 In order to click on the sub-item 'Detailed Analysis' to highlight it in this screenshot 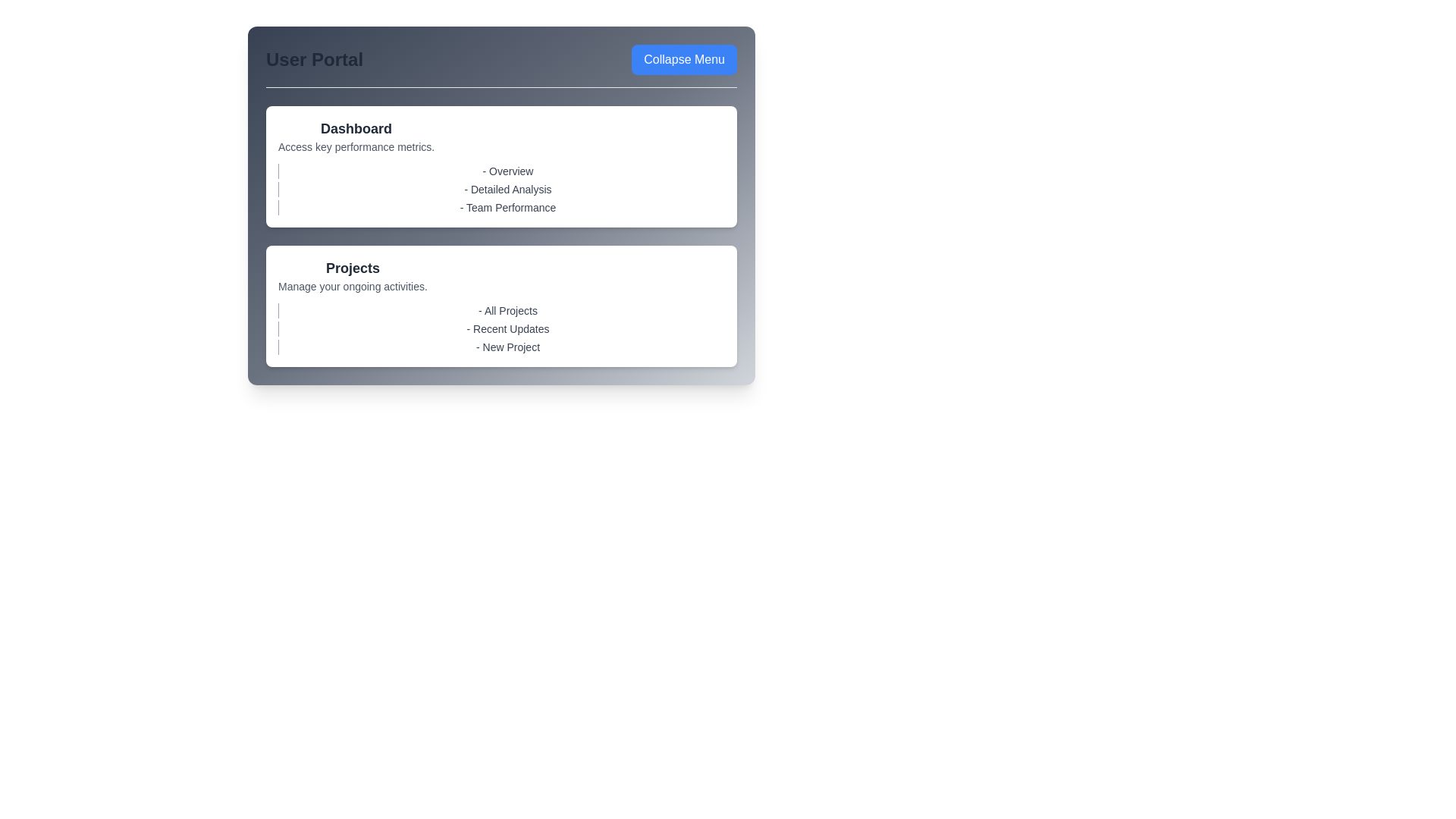, I will do `click(501, 189)`.